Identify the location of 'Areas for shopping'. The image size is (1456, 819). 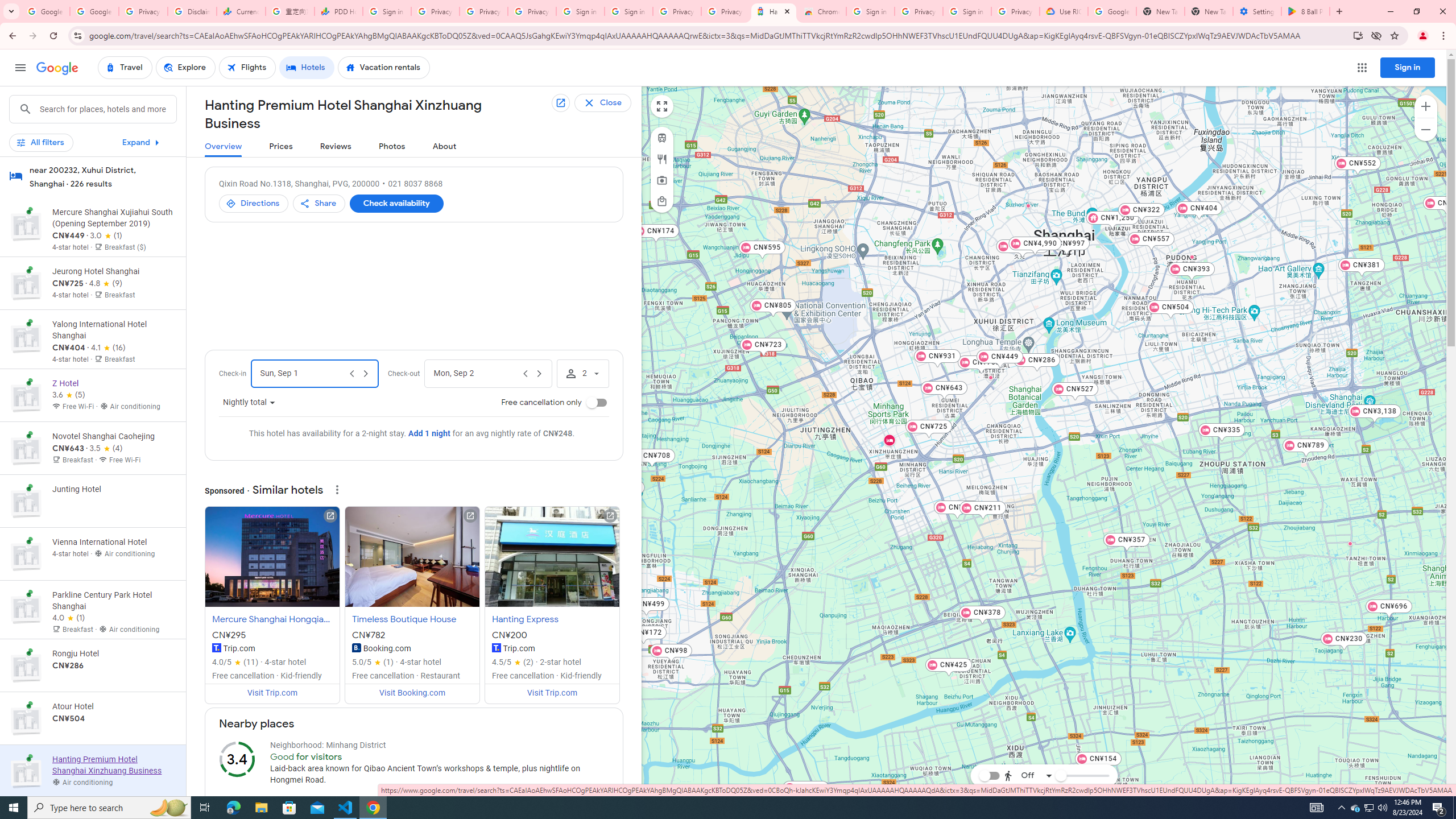
(661, 201).